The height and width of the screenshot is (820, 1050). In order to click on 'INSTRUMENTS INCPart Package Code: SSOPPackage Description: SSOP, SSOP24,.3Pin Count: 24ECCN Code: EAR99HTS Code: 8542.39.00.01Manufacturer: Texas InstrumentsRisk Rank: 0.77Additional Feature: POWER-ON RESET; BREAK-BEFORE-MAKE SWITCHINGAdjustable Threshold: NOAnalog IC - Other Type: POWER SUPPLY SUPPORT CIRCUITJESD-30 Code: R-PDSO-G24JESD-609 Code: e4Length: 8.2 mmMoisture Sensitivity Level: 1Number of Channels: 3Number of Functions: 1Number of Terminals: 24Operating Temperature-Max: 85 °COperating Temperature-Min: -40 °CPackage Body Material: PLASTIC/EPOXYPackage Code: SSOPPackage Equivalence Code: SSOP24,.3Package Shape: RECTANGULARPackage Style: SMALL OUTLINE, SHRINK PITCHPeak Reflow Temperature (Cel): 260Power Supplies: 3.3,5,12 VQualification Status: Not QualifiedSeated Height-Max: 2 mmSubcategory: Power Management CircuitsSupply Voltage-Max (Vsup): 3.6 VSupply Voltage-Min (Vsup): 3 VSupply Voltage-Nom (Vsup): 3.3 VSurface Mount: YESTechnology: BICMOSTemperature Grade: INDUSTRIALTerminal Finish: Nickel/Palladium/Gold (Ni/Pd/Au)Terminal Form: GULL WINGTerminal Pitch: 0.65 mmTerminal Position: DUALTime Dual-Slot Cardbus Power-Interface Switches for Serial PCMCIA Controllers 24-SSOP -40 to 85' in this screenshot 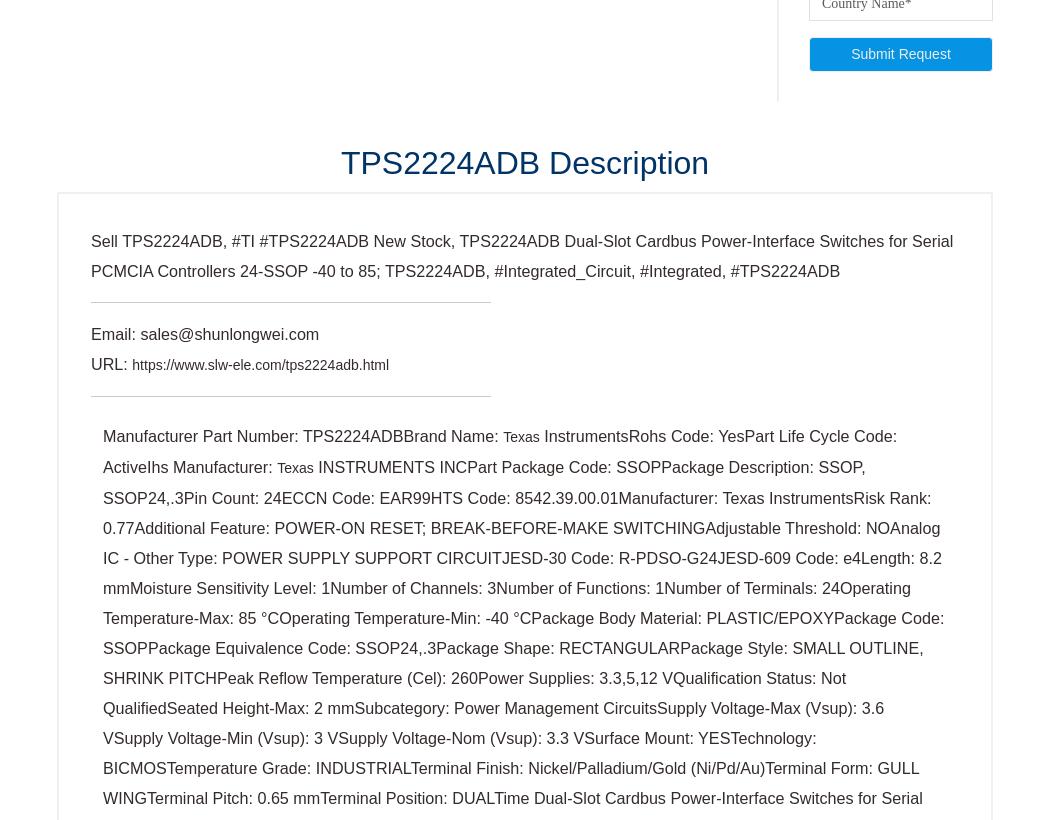, I will do `click(522, 217)`.